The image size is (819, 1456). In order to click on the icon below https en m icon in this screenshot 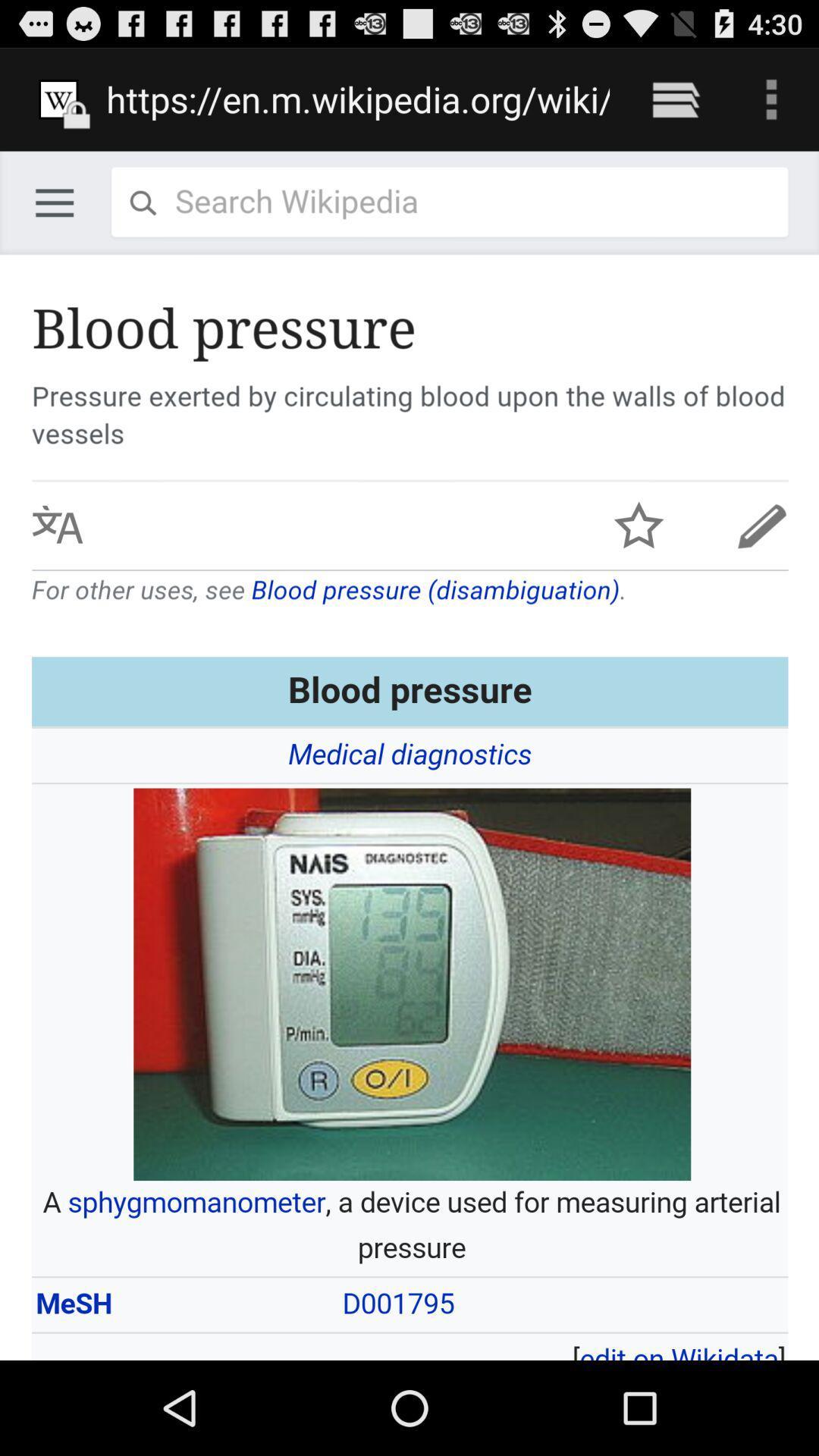, I will do `click(409, 755)`.